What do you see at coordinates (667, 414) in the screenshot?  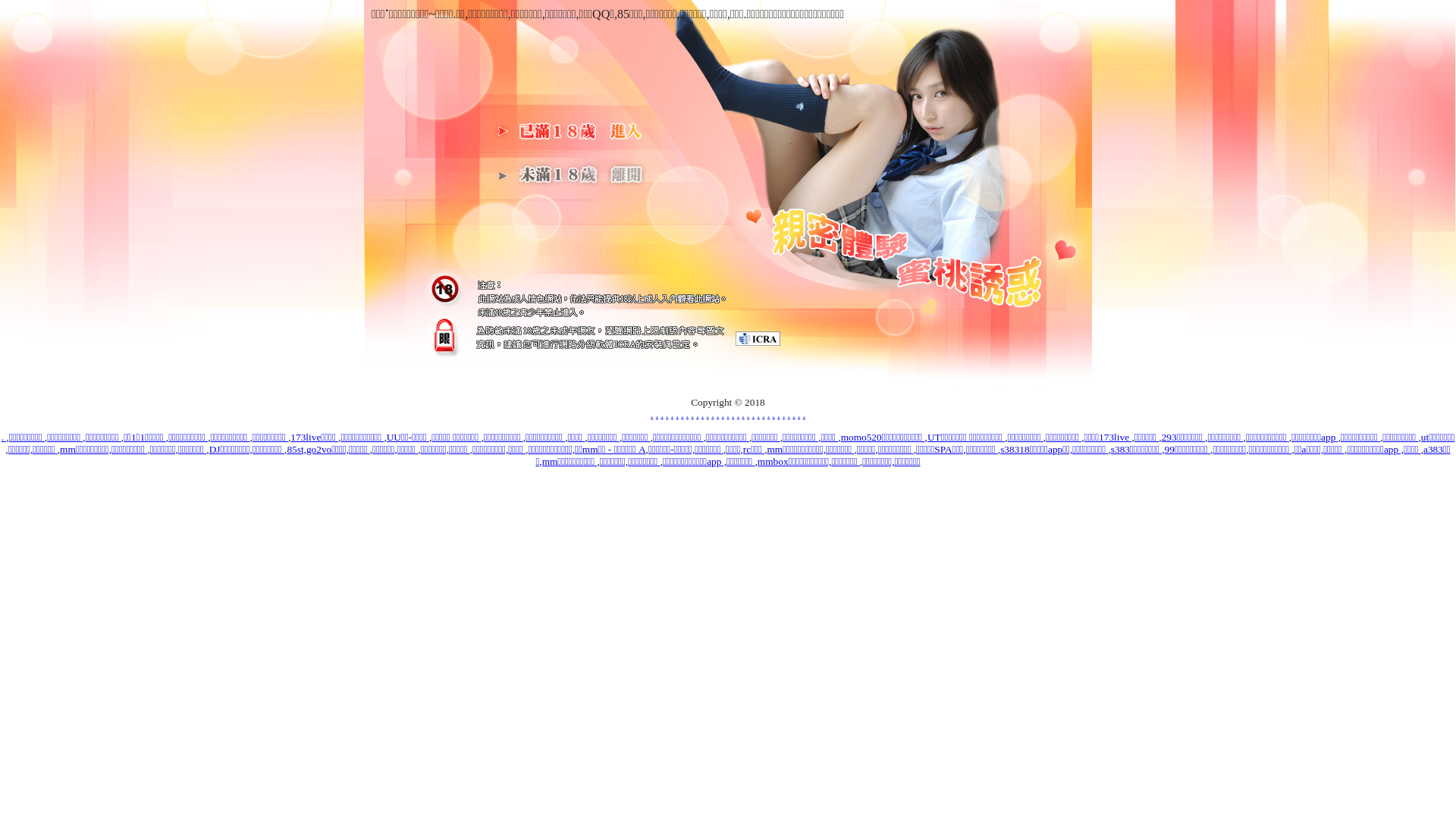 I see `'.'` at bounding box center [667, 414].